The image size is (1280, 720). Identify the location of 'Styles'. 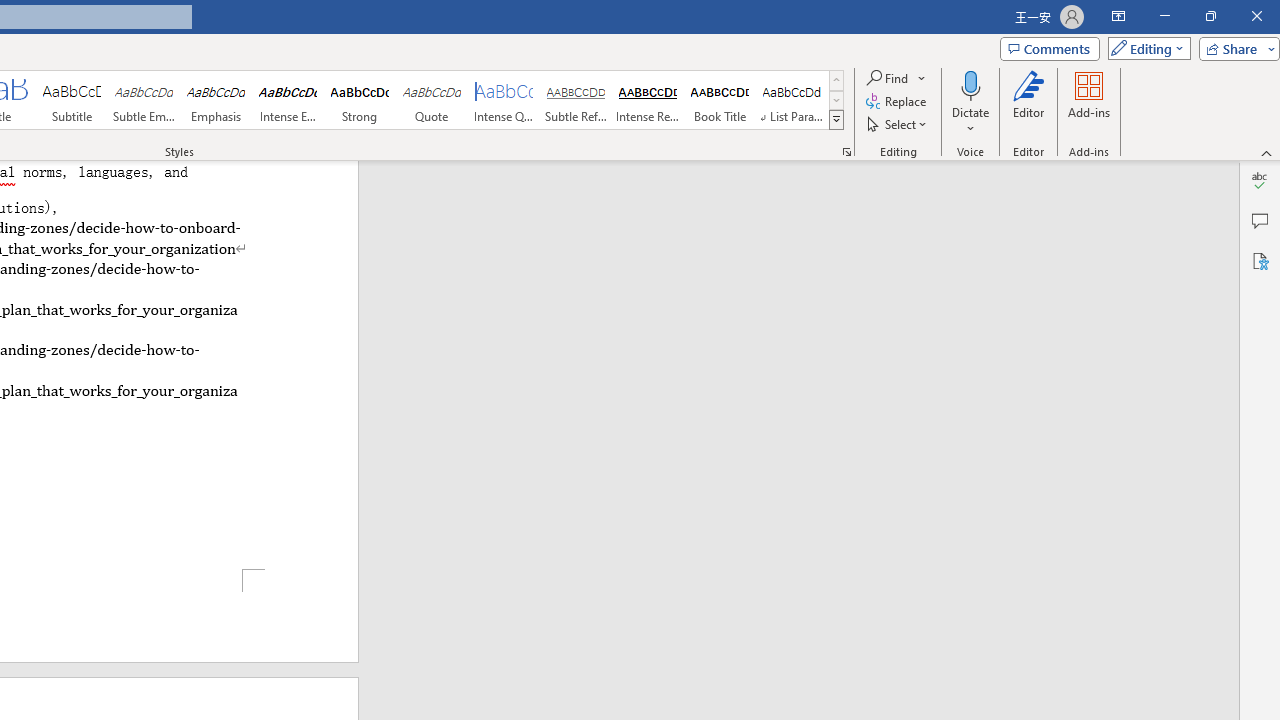
(836, 120).